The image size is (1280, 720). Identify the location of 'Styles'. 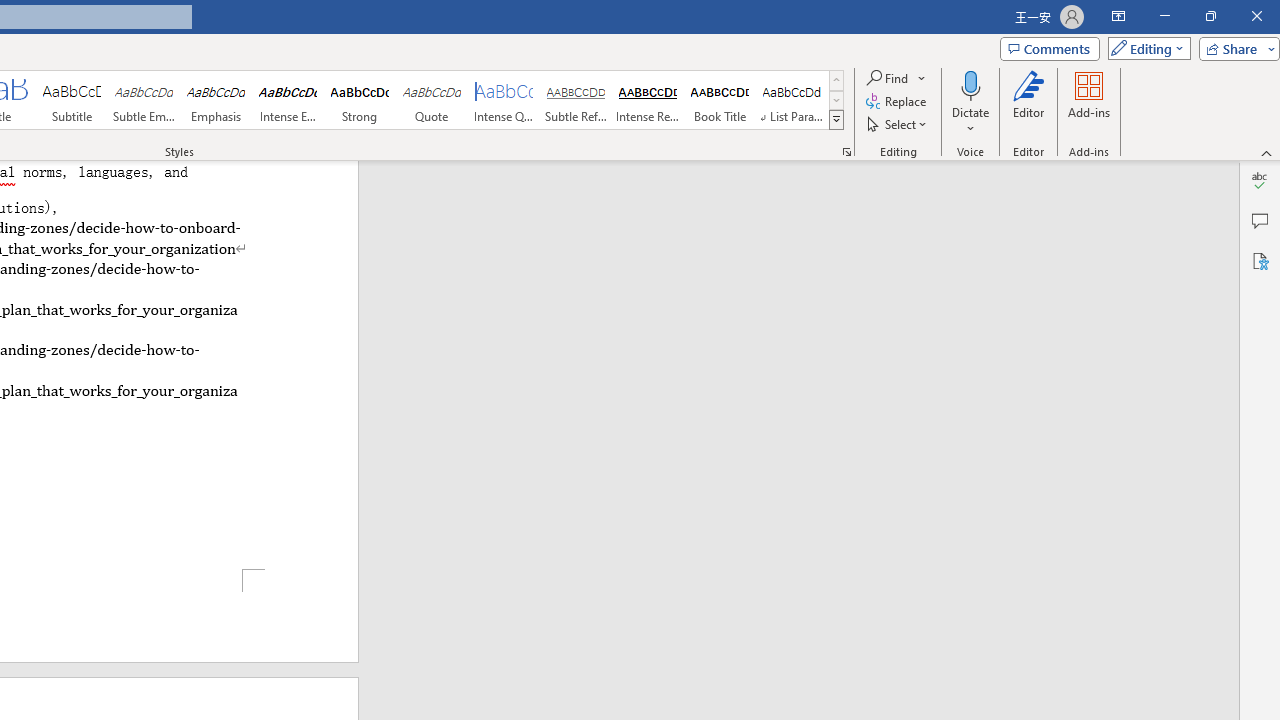
(836, 120).